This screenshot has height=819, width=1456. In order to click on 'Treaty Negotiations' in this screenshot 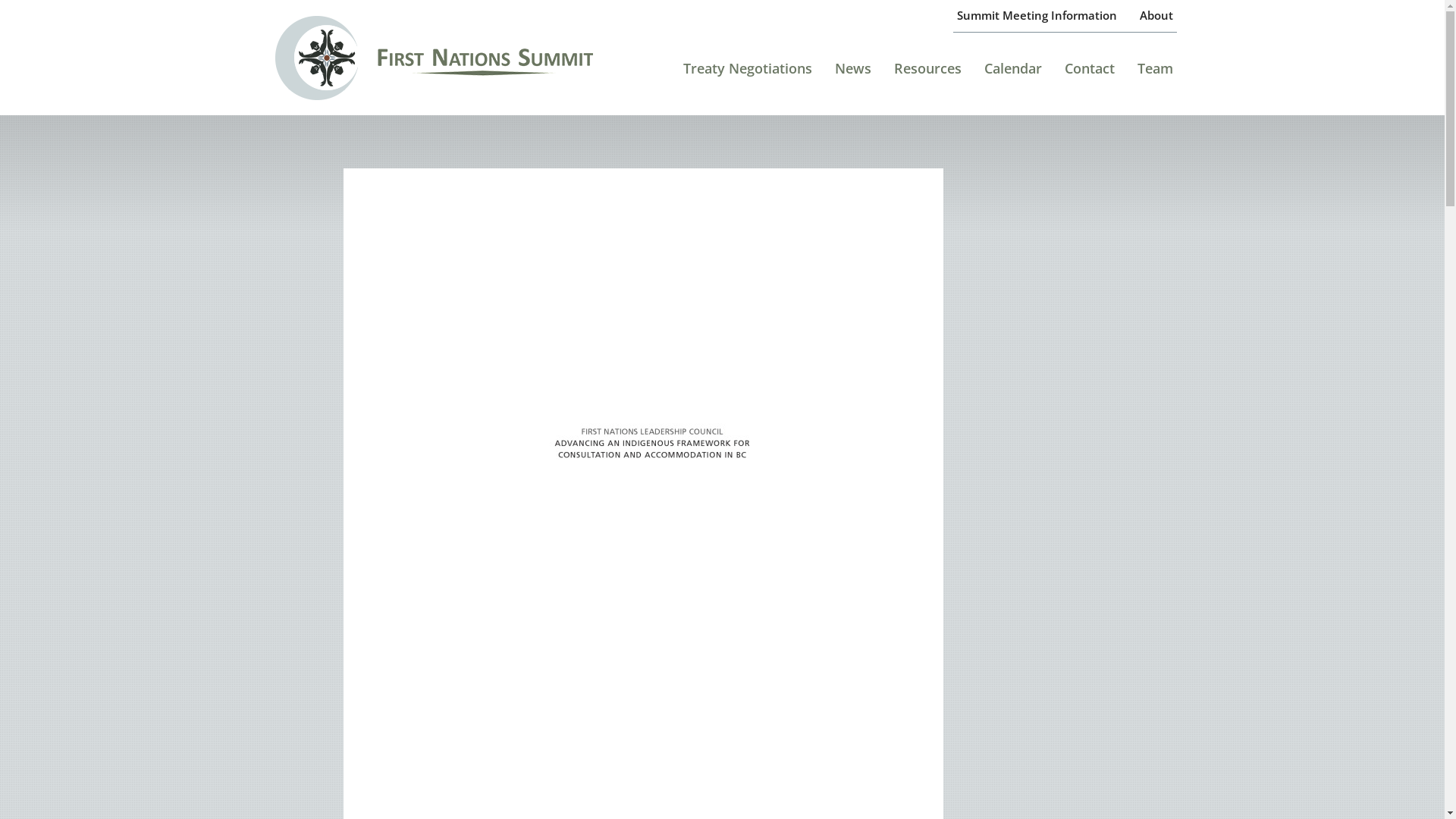, I will do `click(679, 74)`.